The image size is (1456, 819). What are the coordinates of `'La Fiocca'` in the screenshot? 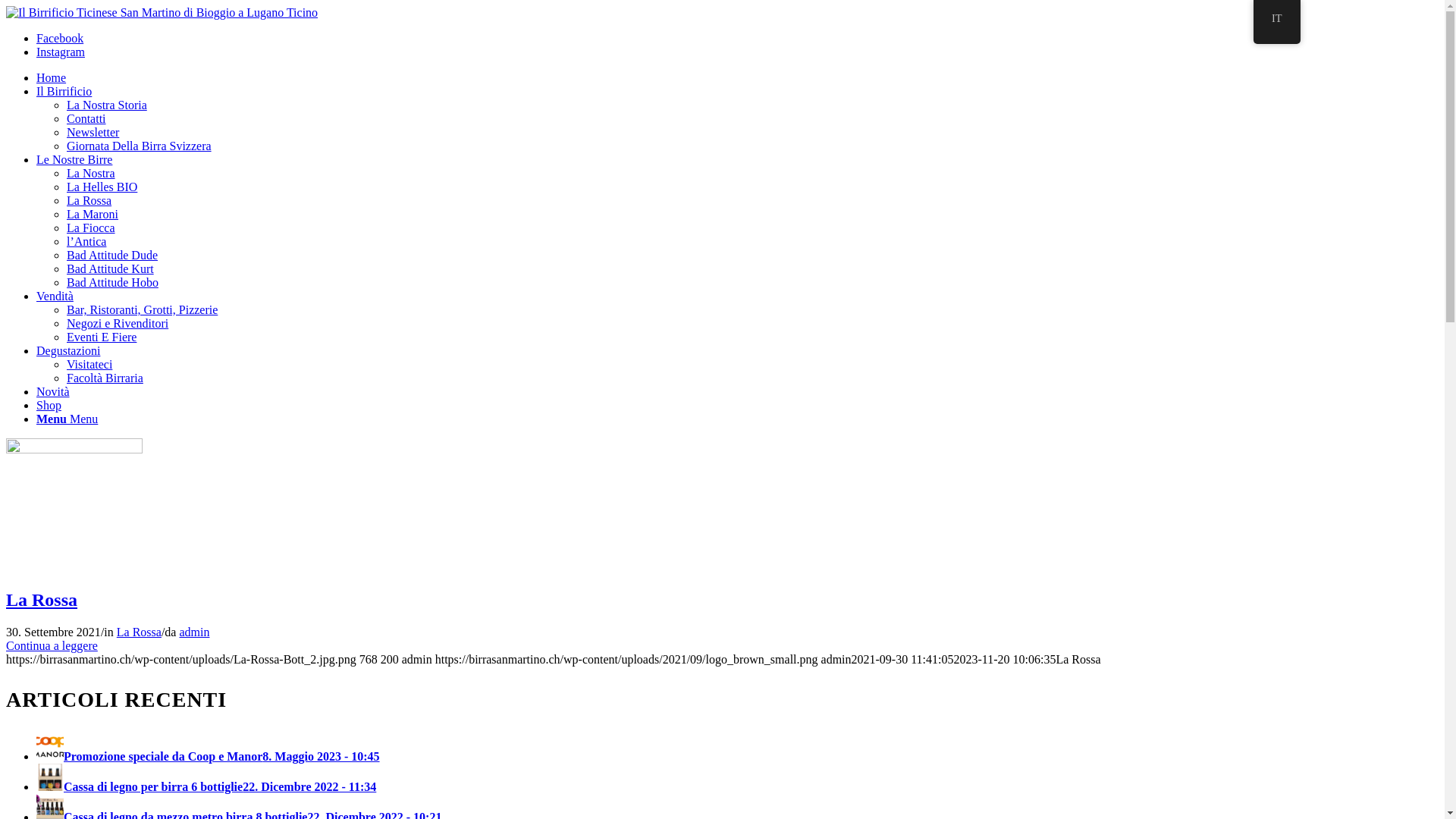 It's located at (90, 227).